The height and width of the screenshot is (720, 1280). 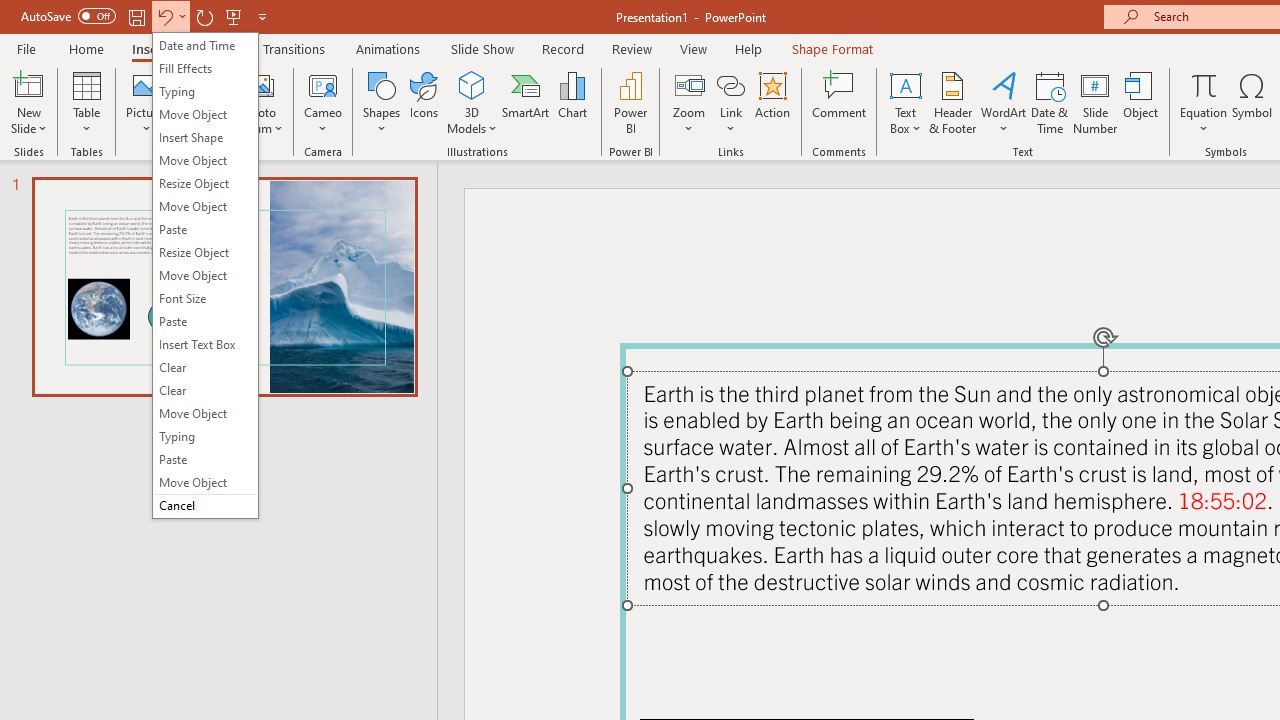 What do you see at coordinates (1202, 103) in the screenshot?
I see `'Equation'` at bounding box center [1202, 103].